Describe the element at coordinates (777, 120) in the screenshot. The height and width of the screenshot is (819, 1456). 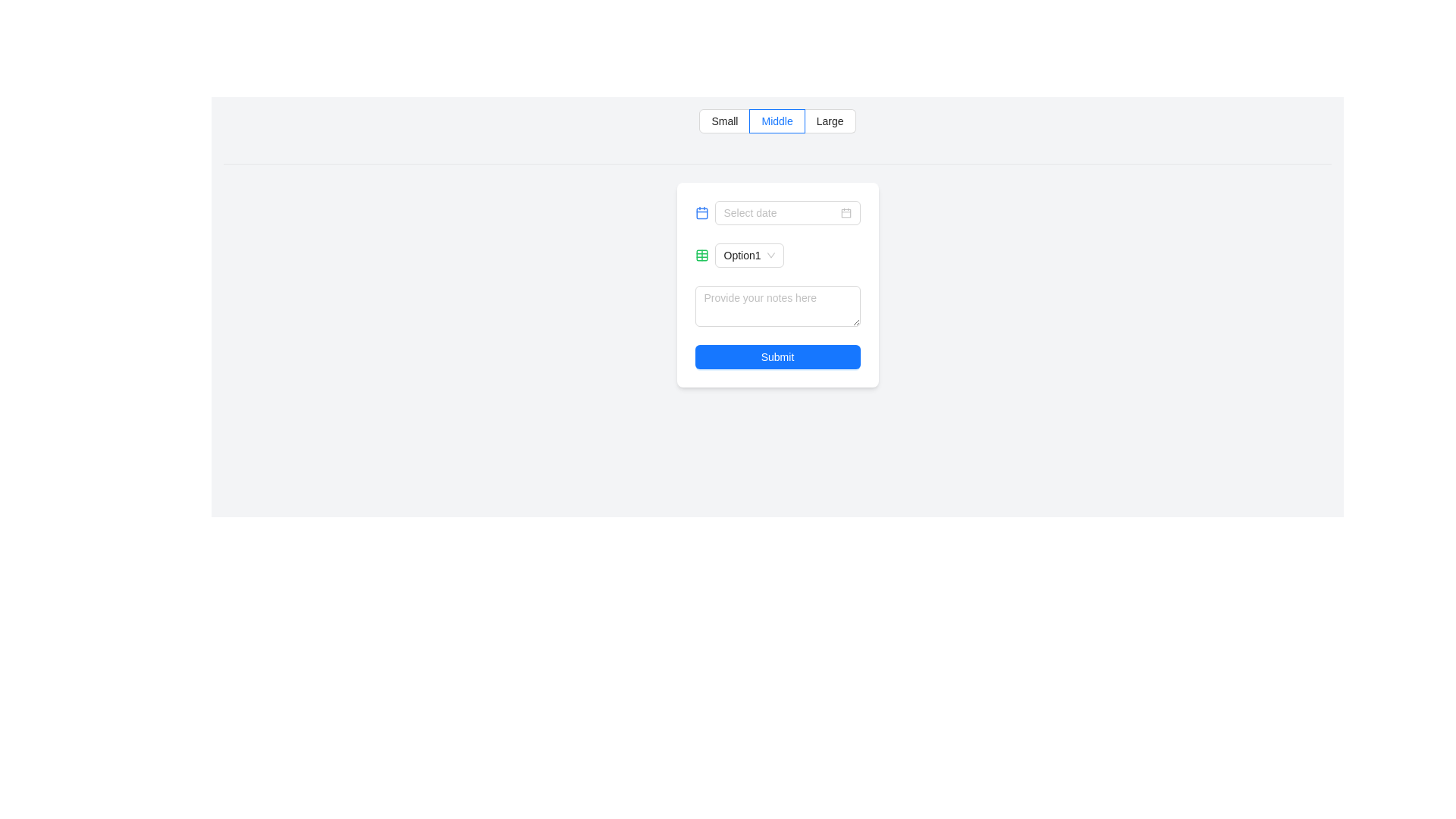
I see `the radio button group which includes 'Small', 'Middle', and 'Large' radio buttons` at that location.